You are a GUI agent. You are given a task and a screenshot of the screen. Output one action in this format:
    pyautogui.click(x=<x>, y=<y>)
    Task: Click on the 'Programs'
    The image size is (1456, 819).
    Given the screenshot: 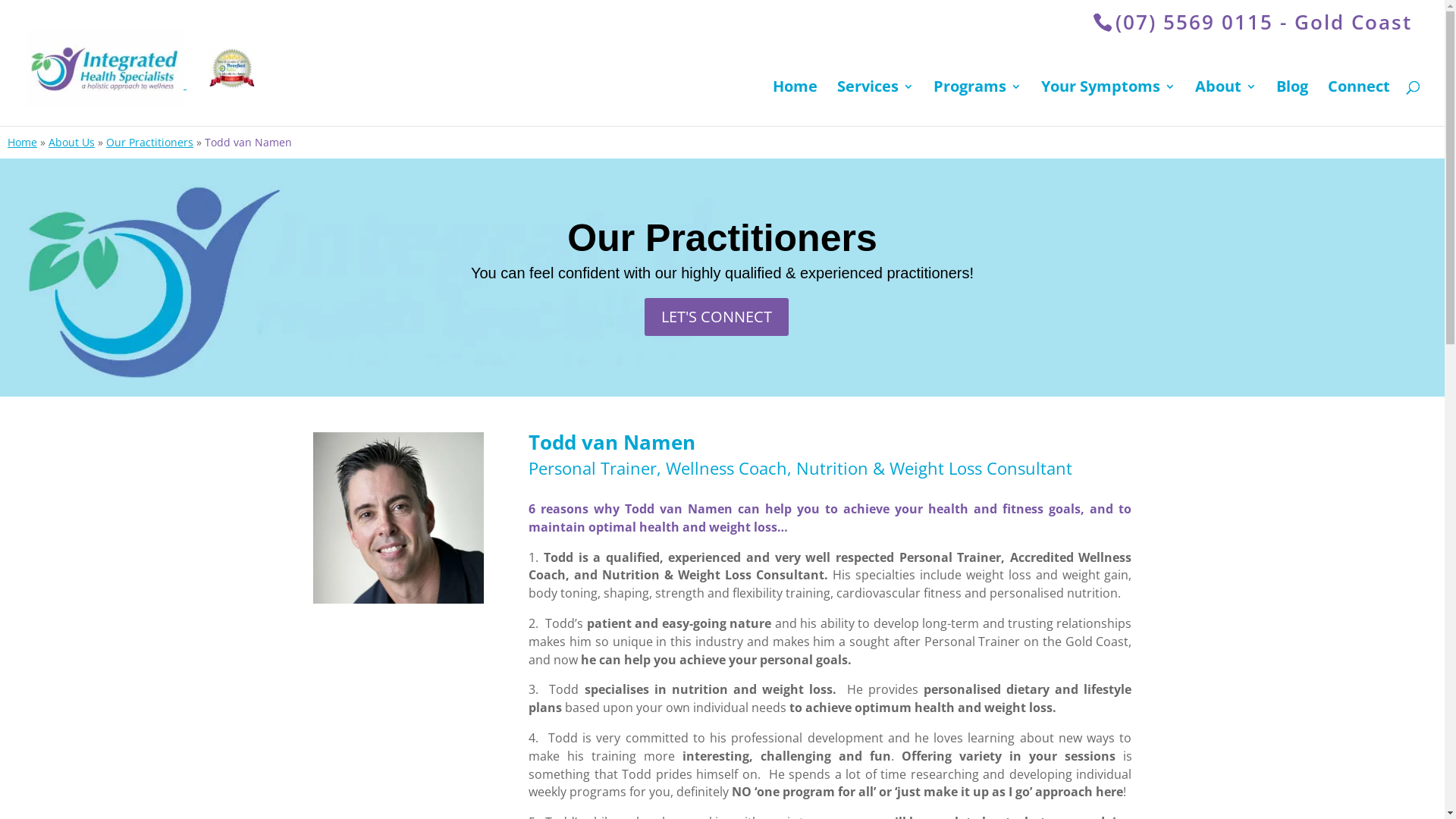 What is the action you would take?
    pyautogui.click(x=932, y=102)
    